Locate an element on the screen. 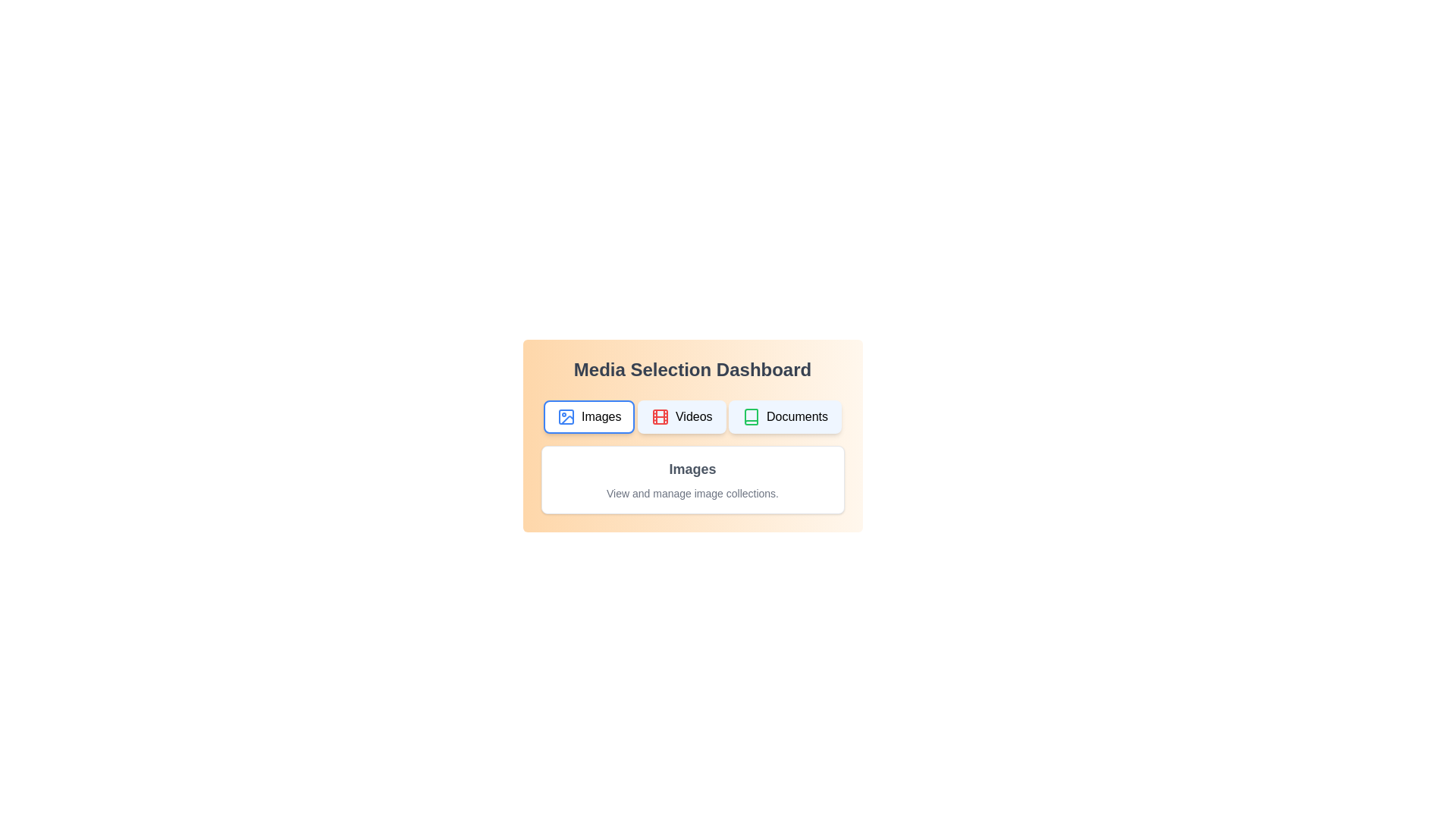  the button in the bottom-right corner of the 'Media Selection Dashboard' is located at coordinates (785, 417).